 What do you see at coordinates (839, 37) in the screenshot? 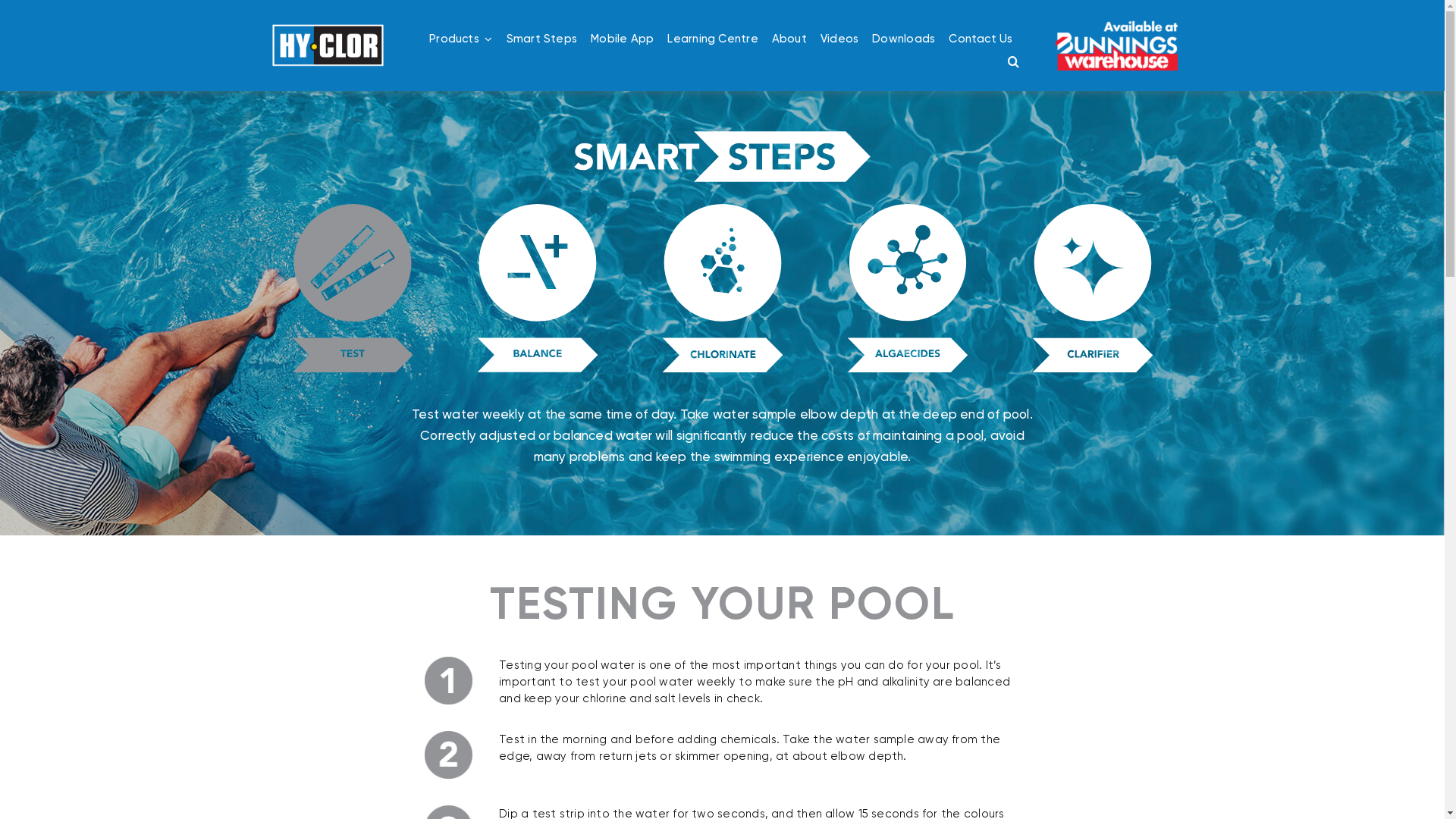
I see `'Videos'` at bounding box center [839, 37].